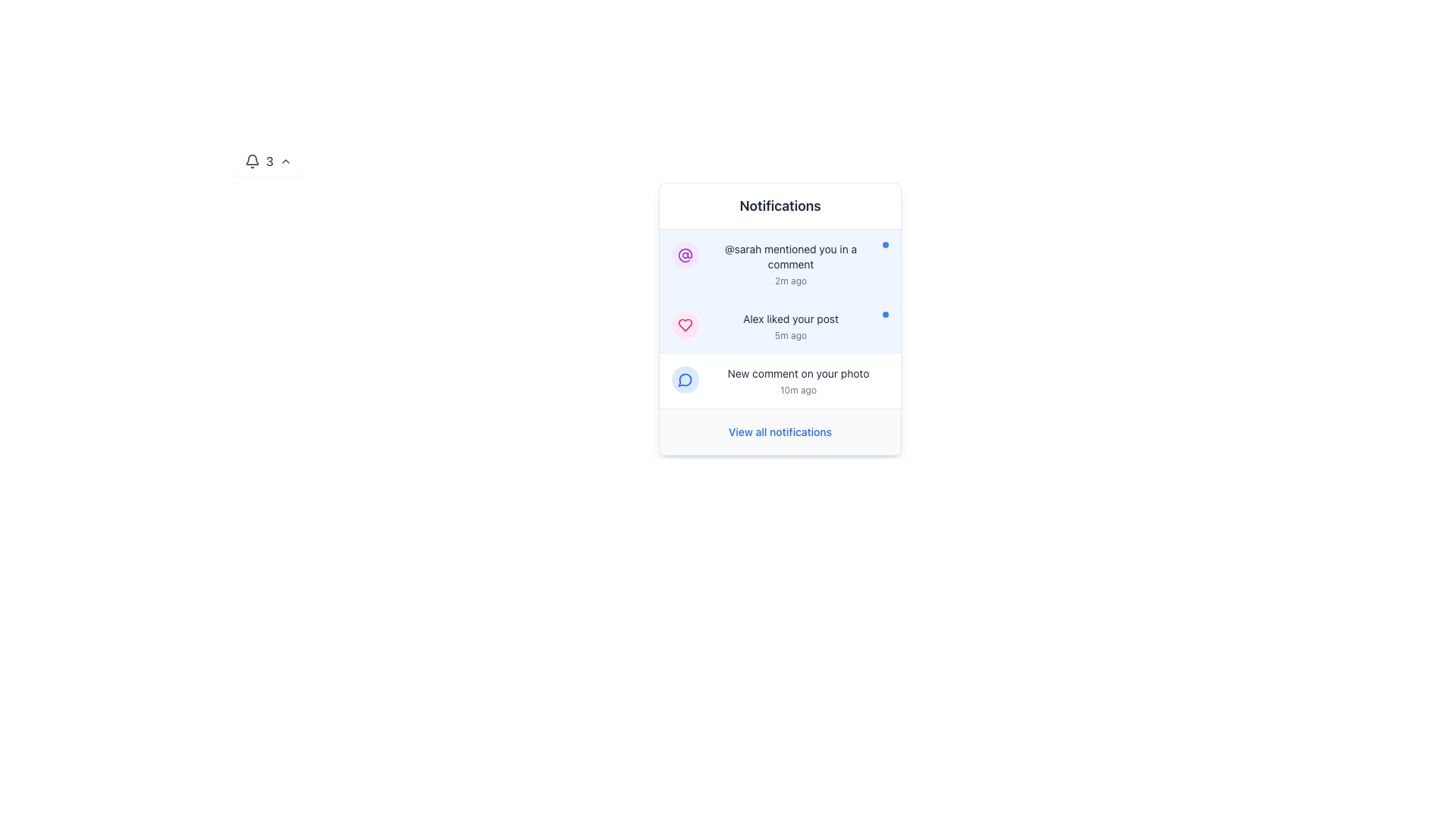 This screenshot has height=819, width=1456. What do you see at coordinates (684, 324) in the screenshot?
I see `the heart icon representing a 'like' action located beside the text 'Alex liked your post' in the notifications panel` at bounding box center [684, 324].